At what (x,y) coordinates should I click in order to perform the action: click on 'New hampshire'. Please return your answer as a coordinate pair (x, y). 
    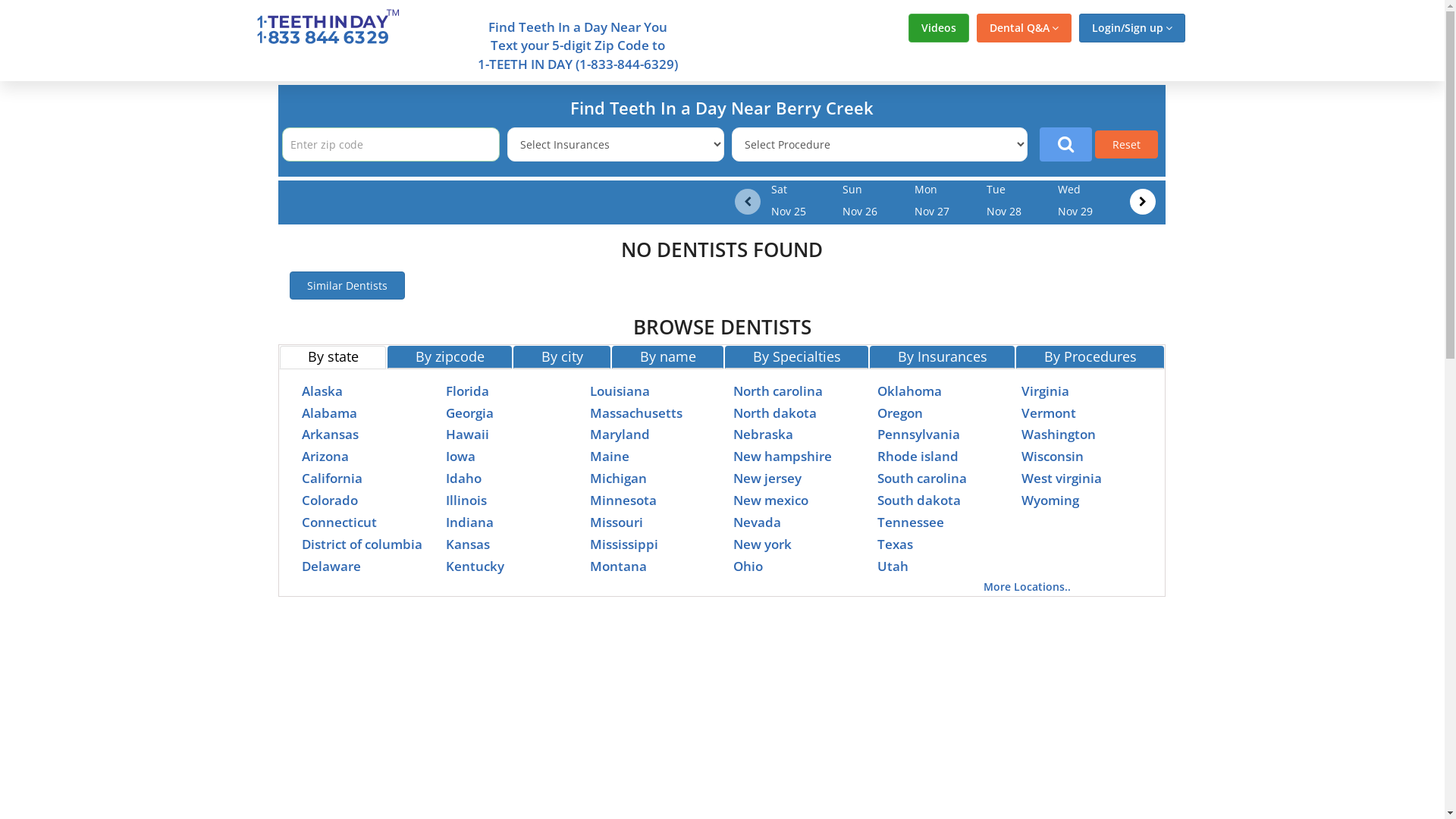
    Looking at the image, I should click on (733, 455).